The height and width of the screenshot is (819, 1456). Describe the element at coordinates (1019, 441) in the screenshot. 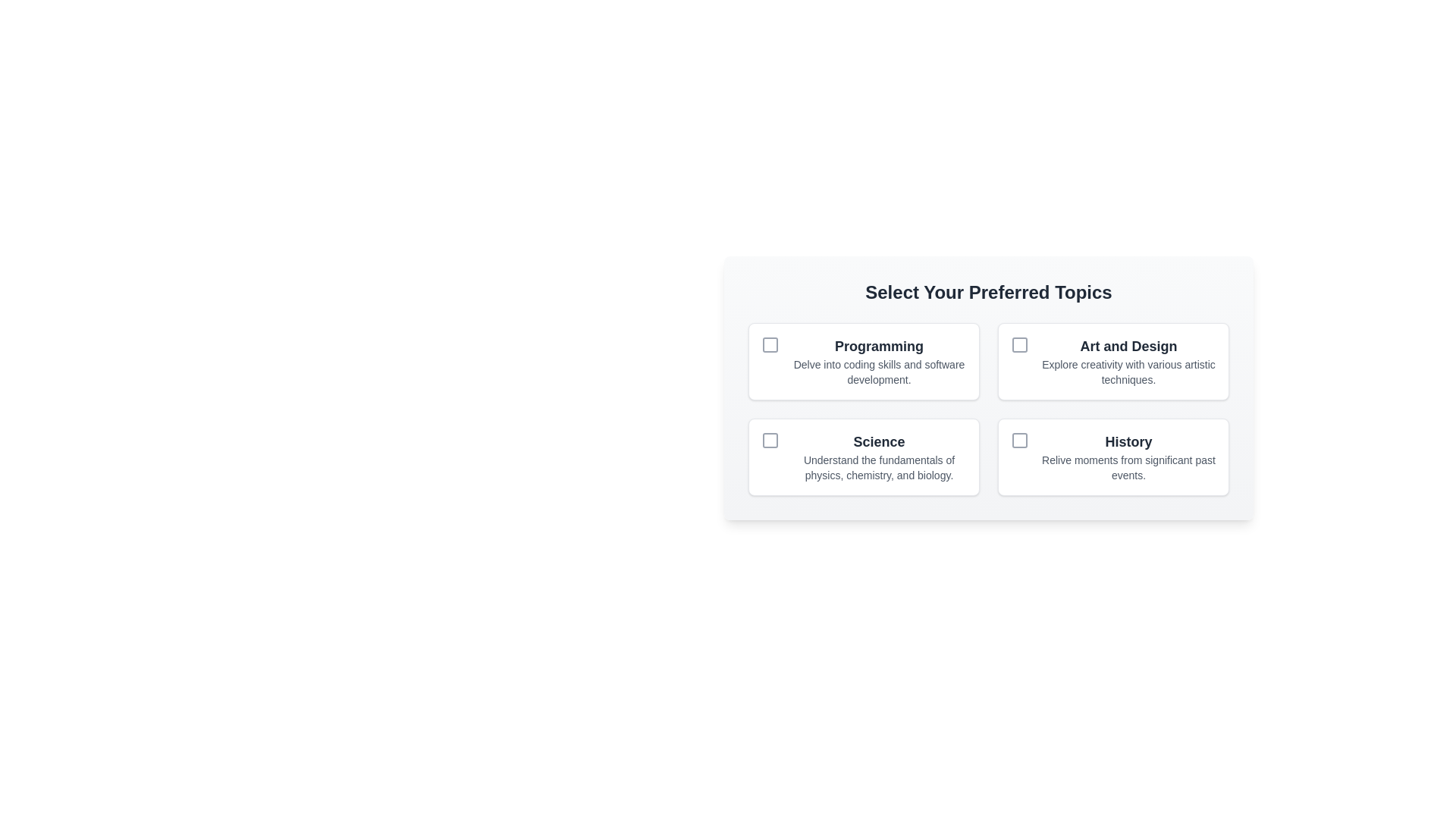

I see `the 'History' Checkbox to emphasize or highlight it, which is positioned in the second row, second column of the grouped checkbox options layout` at that location.